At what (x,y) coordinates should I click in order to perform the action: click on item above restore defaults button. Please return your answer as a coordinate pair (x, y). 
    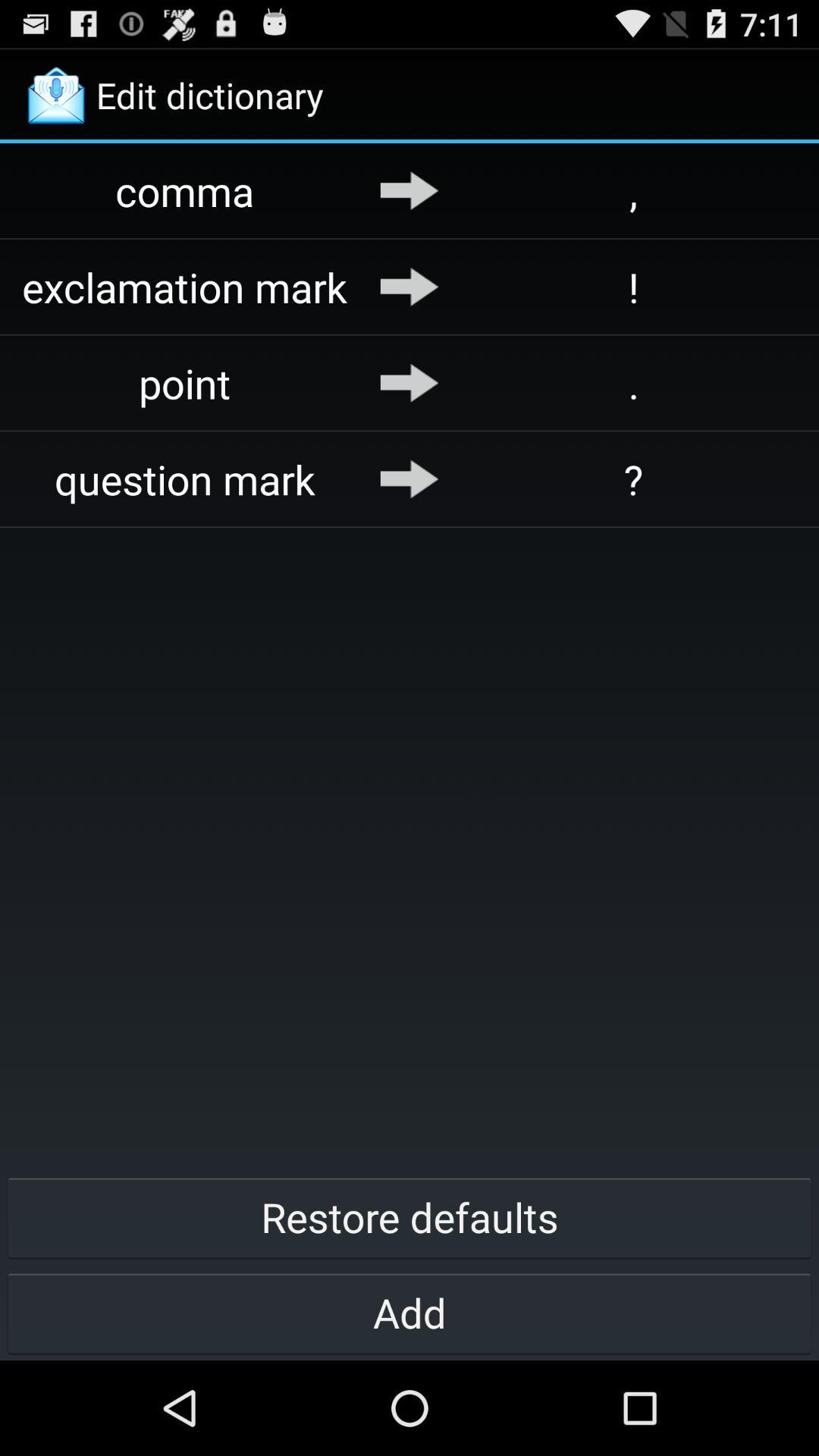
    Looking at the image, I should click on (633, 478).